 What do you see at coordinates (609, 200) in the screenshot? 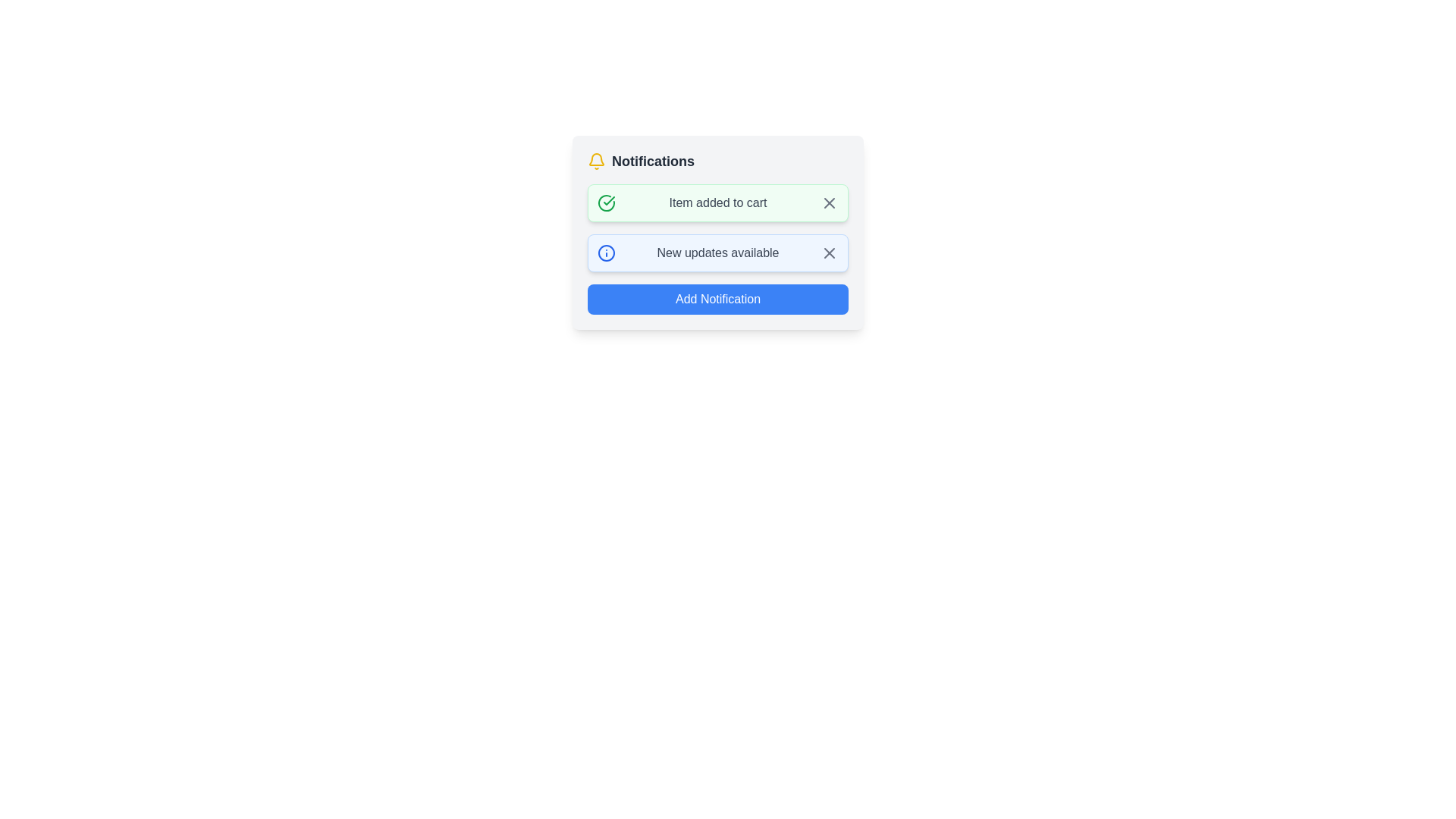
I see `the status indicator icon that visually confirms the notification message 'Item added to cart', positioned centrally within the top left of the notification entry line` at bounding box center [609, 200].